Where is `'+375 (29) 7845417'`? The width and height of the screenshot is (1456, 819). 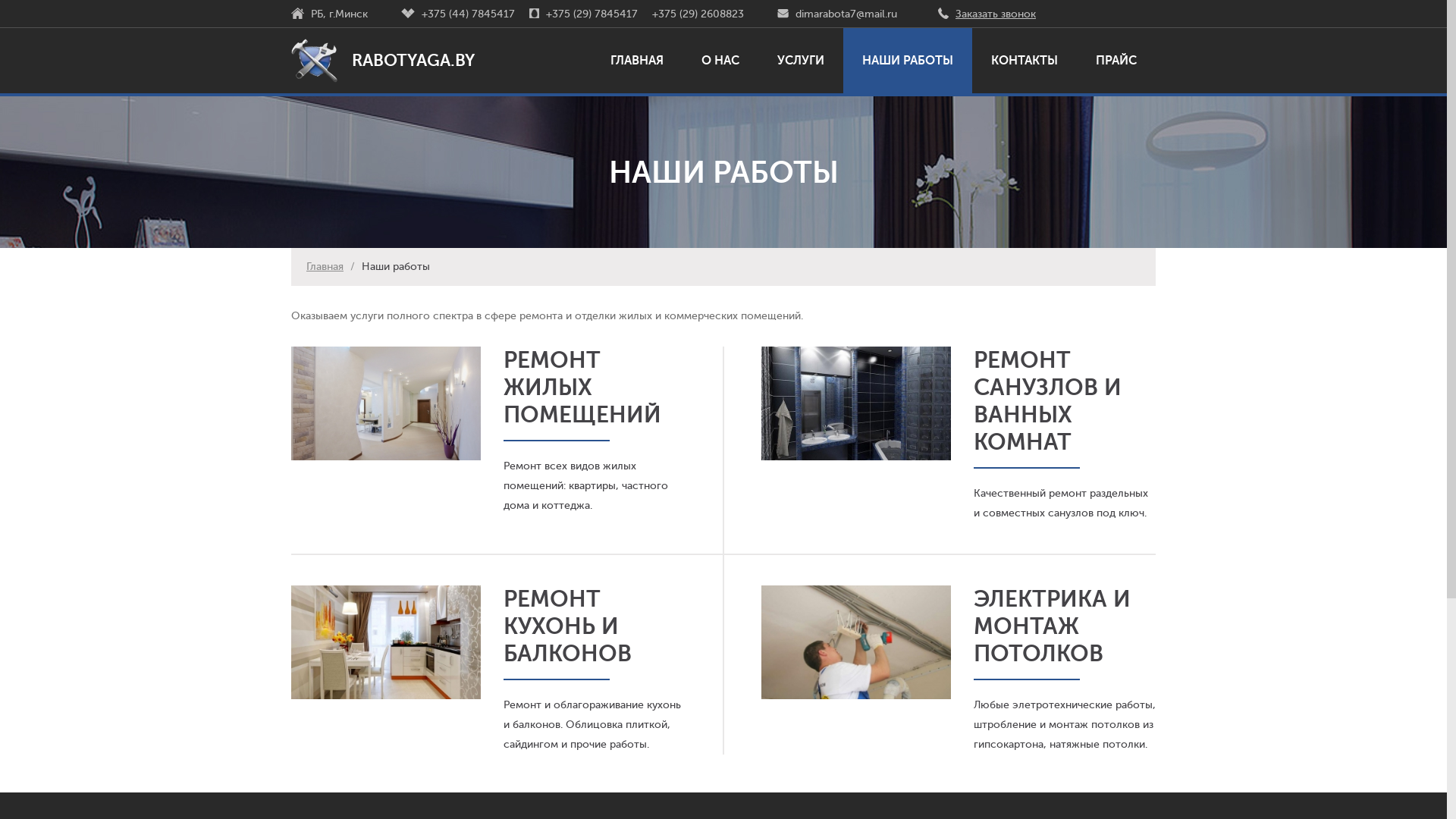
'+375 (29) 7845417' is located at coordinates (591, 14).